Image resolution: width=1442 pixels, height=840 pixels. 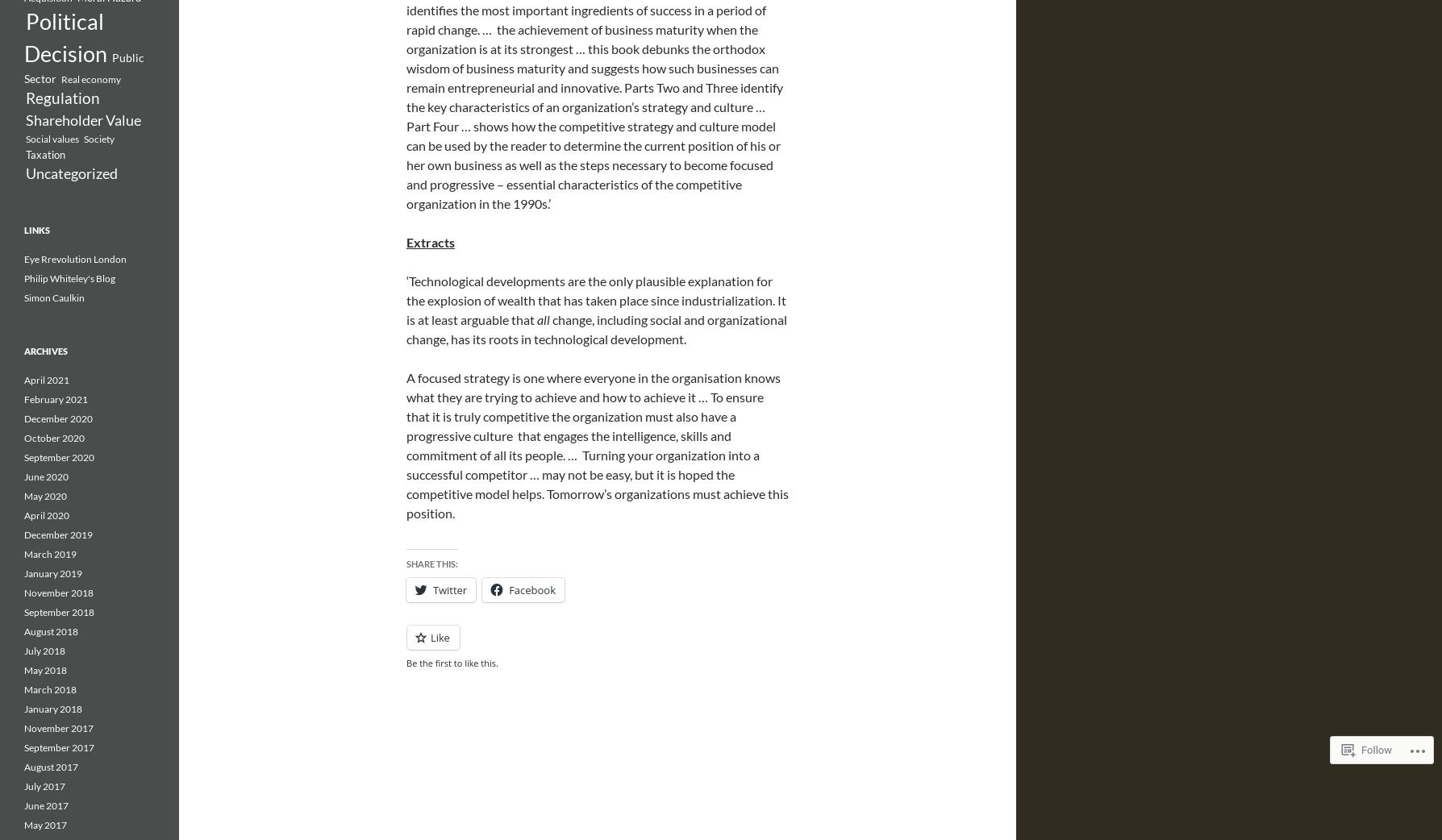 I want to click on 'Philip Whiteley's Blog', so click(x=69, y=278).